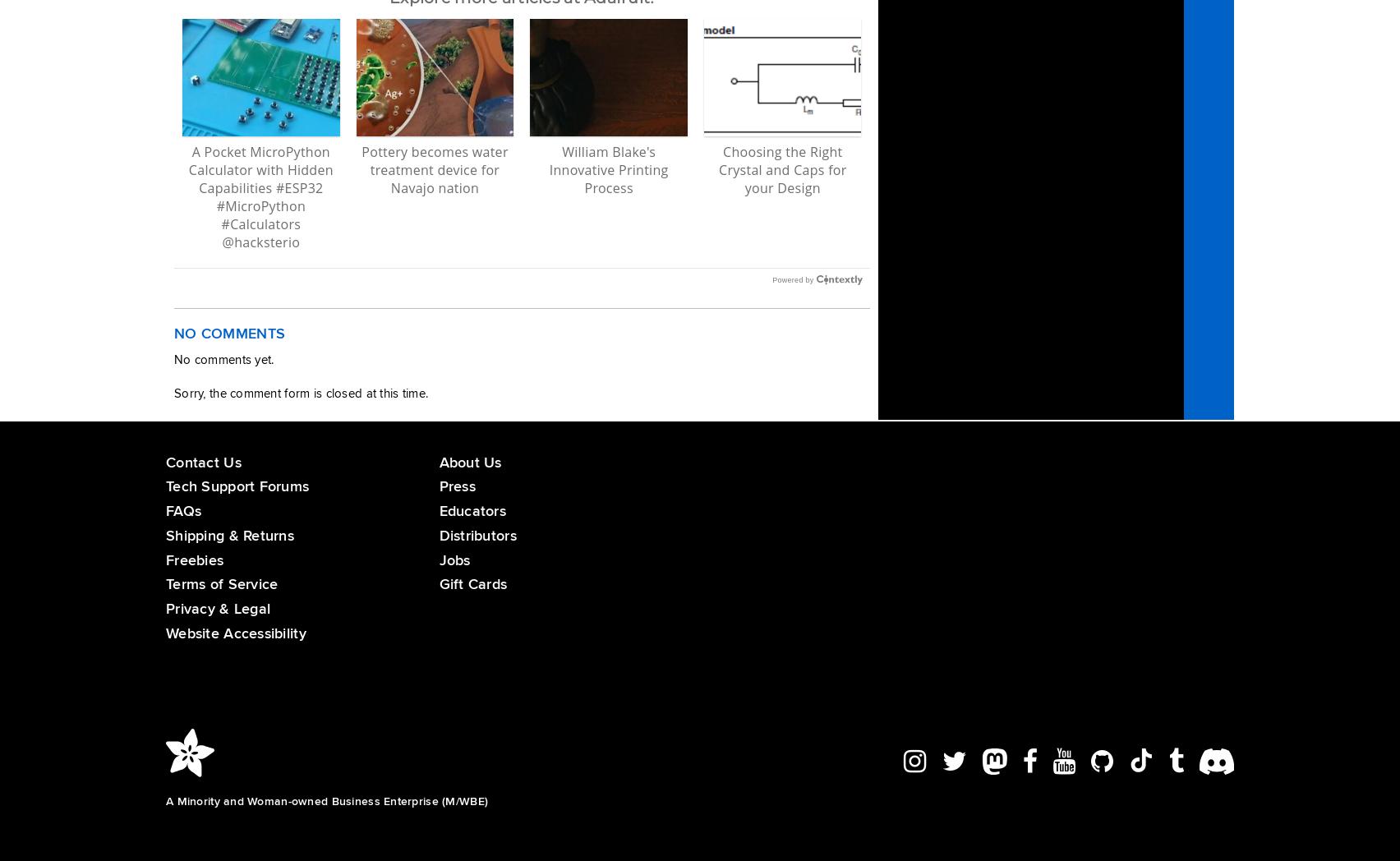 This screenshot has width=1400, height=861. What do you see at coordinates (434, 168) in the screenshot?
I see `'Pottery becomes water treatment device for Navajo nation'` at bounding box center [434, 168].